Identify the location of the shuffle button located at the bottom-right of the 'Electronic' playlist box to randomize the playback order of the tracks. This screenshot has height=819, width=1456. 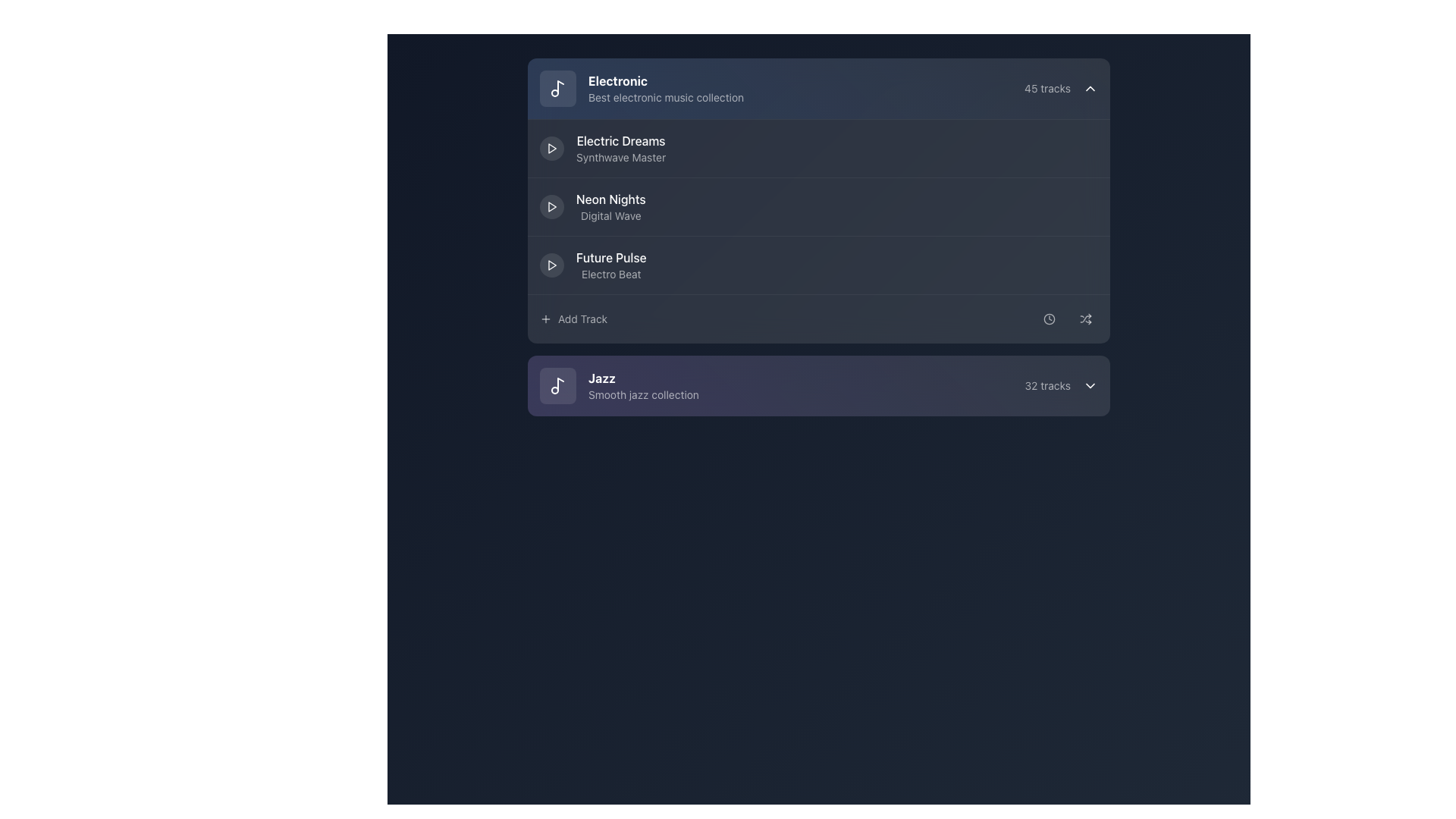
(1084, 318).